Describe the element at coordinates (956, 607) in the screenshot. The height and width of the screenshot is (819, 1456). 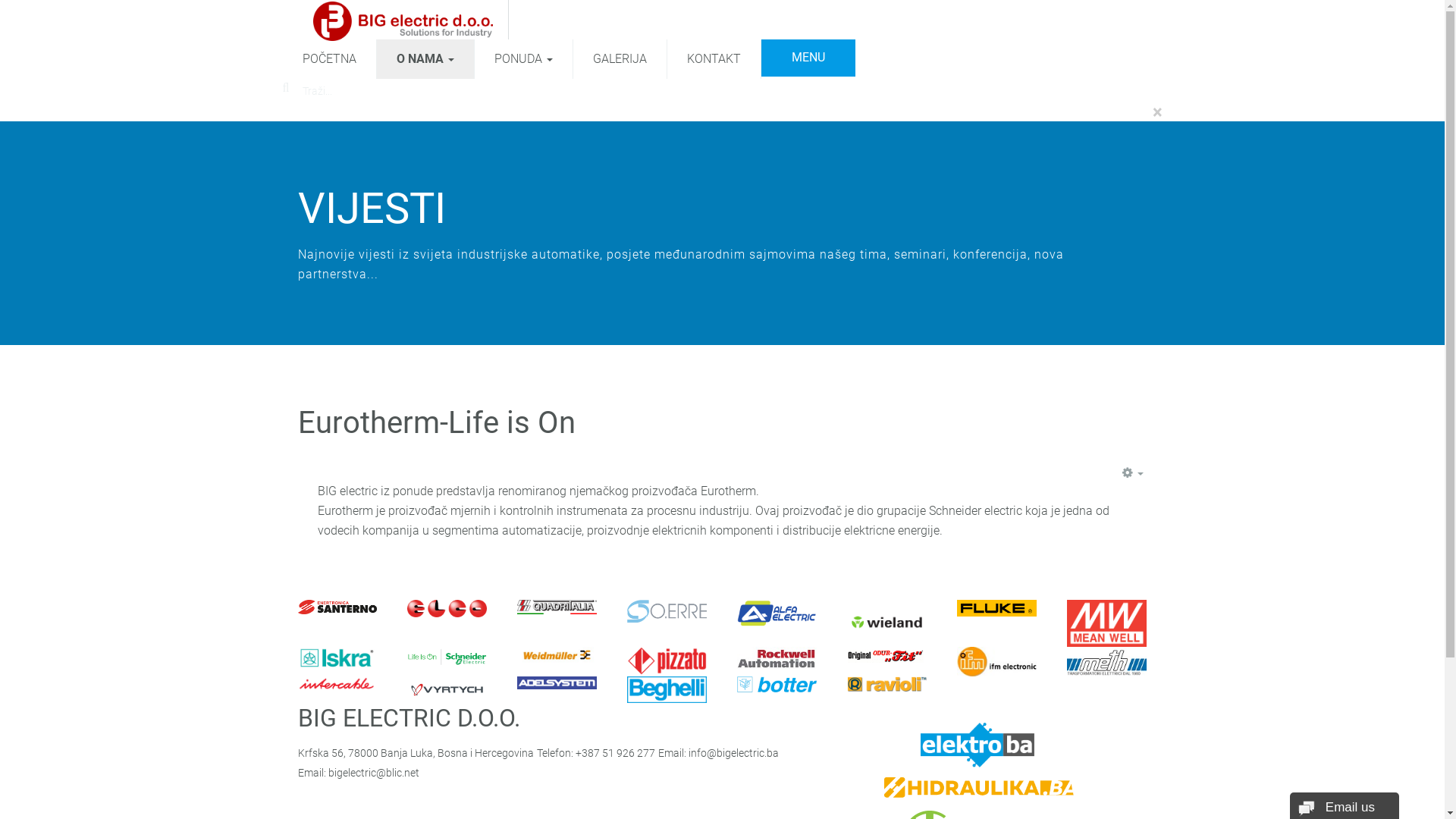
I see `'Fluke'` at that location.